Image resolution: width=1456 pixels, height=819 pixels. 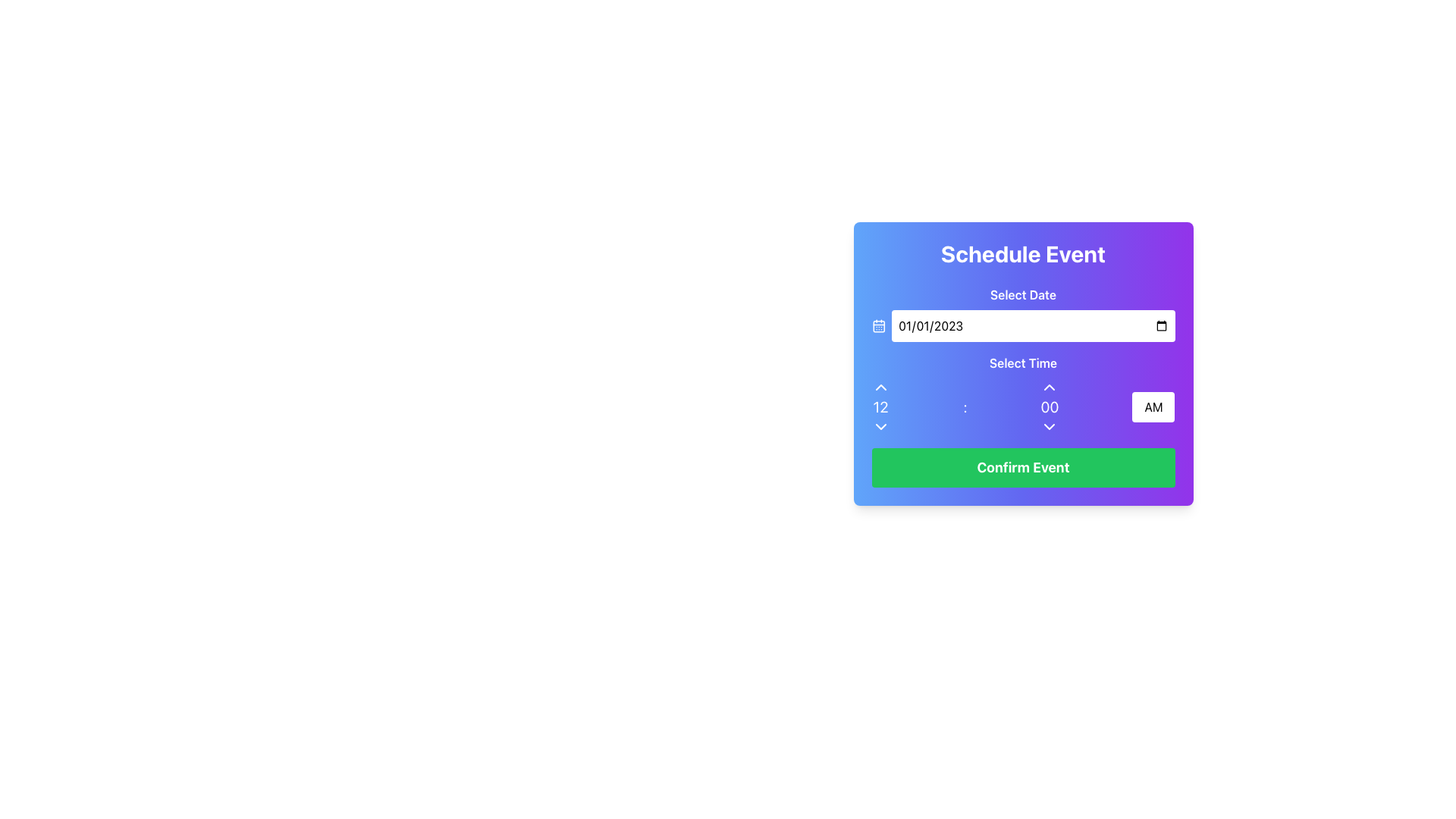 What do you see at coordinates (1023, 394) in the screenshot?
I see `a specific time unit from the Time Selector section titled 'Select Time', which includes numeric spinners for hours and minutes, as well as an AM/PM toggle button` at bounding box center [1023, 394].